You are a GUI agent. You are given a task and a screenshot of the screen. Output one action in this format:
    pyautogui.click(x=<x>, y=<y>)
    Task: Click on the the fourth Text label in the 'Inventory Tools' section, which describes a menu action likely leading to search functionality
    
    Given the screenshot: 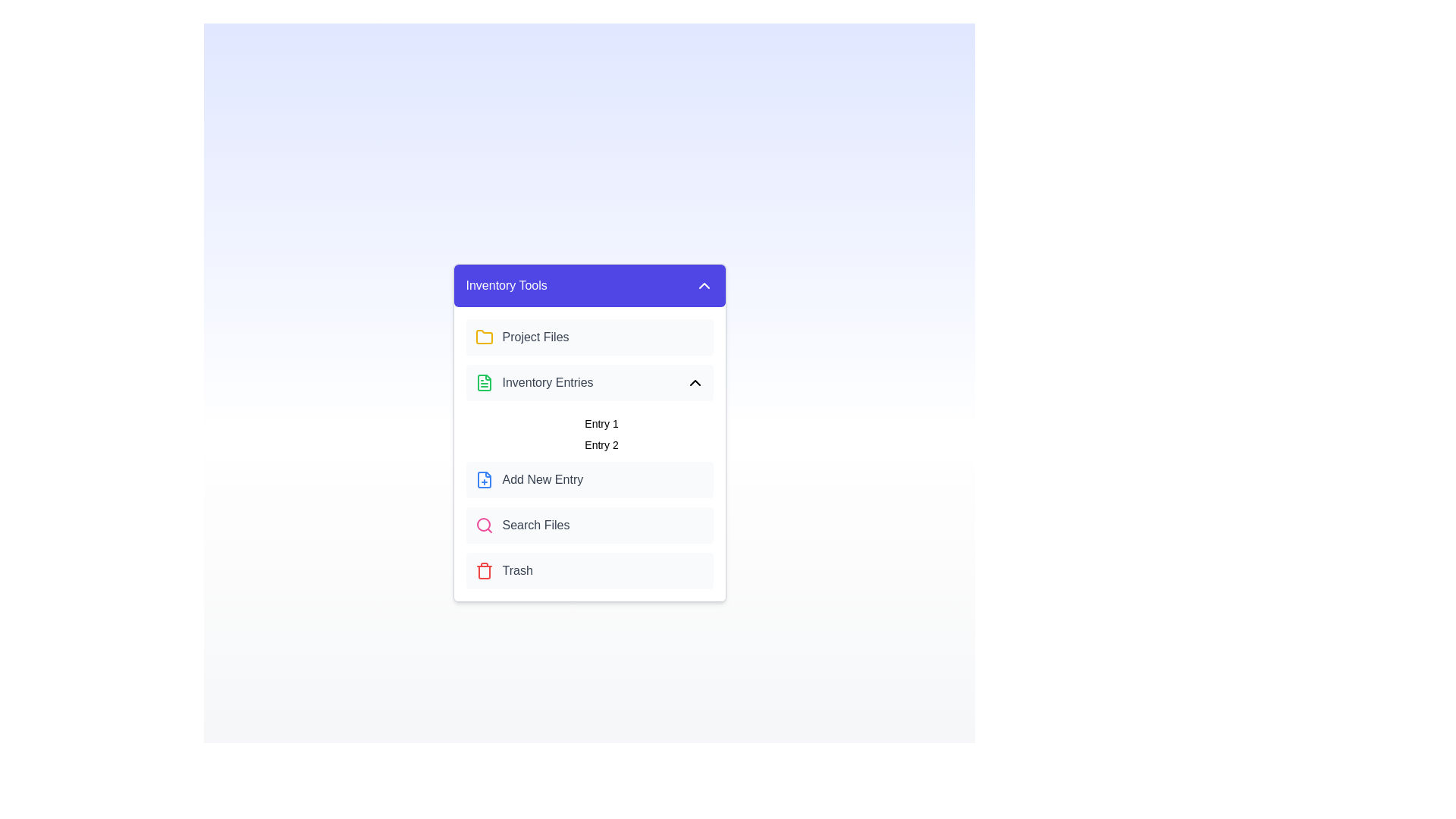 What is the action you would take?
    pyautogui.click(x=535, y=525)
    